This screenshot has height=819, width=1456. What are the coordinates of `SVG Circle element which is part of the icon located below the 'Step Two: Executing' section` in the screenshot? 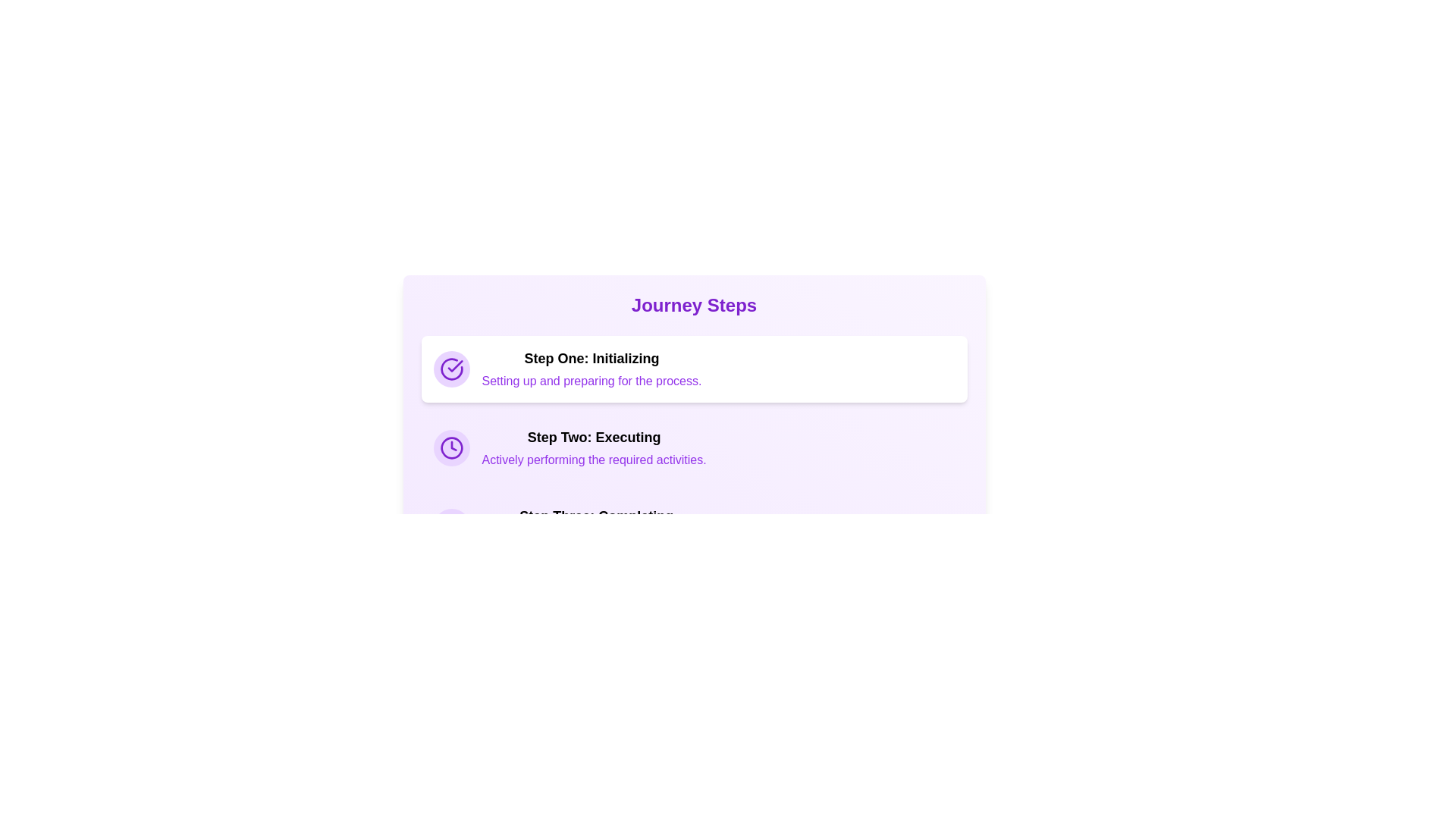 It's located at (450, 526).